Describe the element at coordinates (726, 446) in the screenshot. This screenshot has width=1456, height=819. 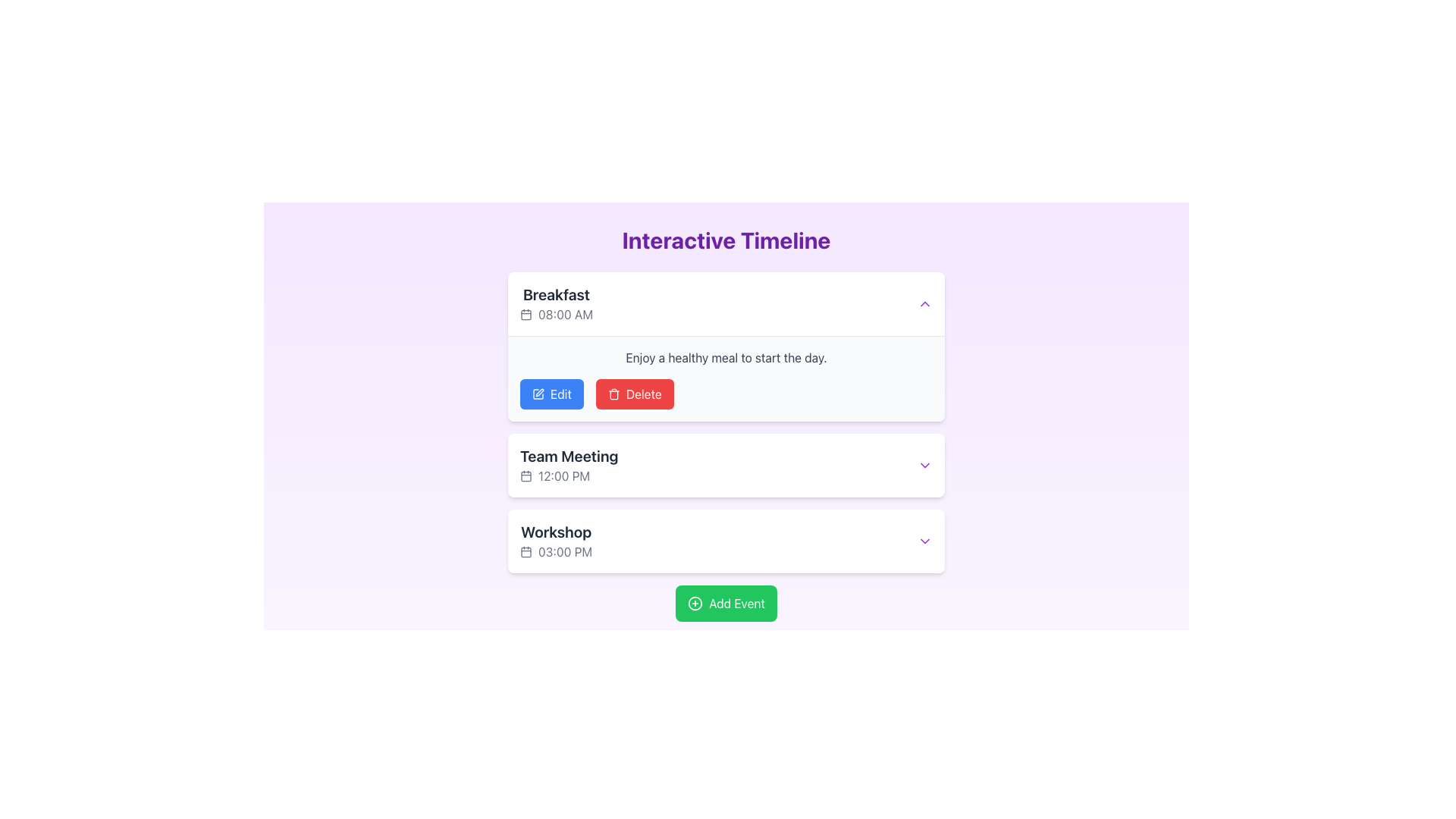
I see `the second card in the 'Interactive Timeline'` at that location.